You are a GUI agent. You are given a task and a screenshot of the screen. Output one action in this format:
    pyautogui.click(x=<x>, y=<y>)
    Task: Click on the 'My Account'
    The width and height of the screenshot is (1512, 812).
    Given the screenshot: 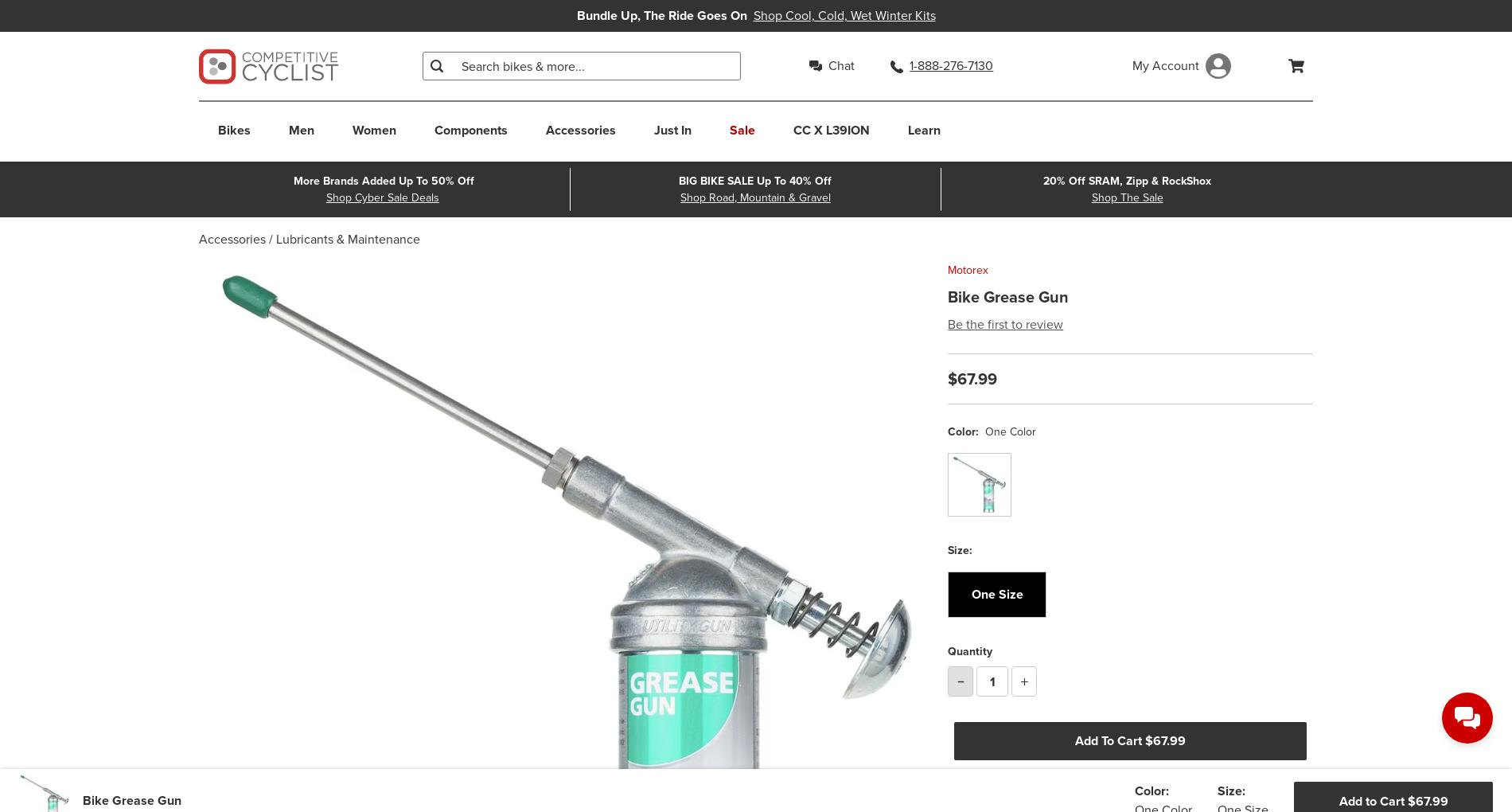 What is the action you would take?
    pyautogui.click(x=1166, y=65)
    